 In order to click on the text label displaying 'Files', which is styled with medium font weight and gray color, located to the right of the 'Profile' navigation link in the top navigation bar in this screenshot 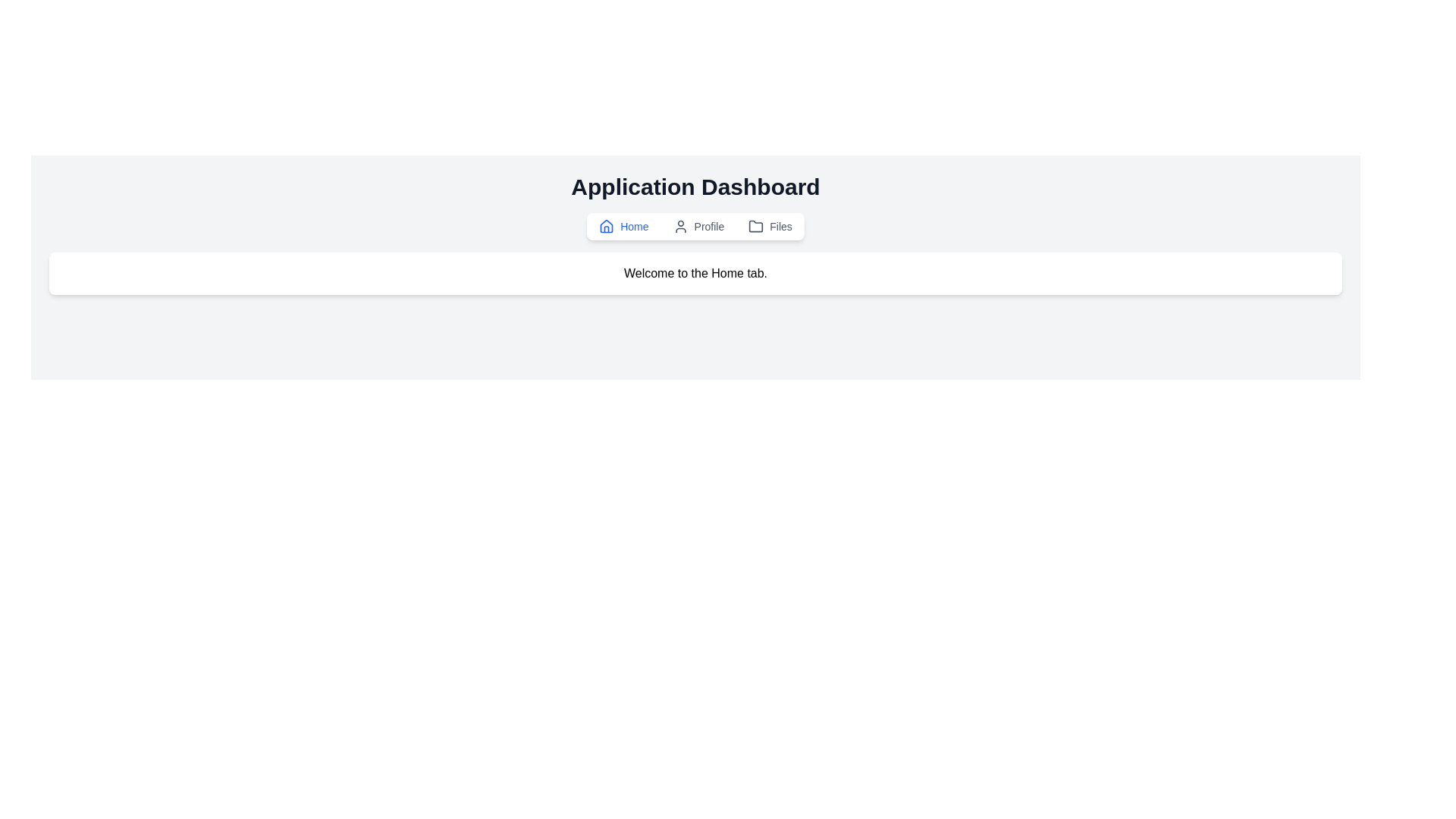, I will do `click(781, 227)`.